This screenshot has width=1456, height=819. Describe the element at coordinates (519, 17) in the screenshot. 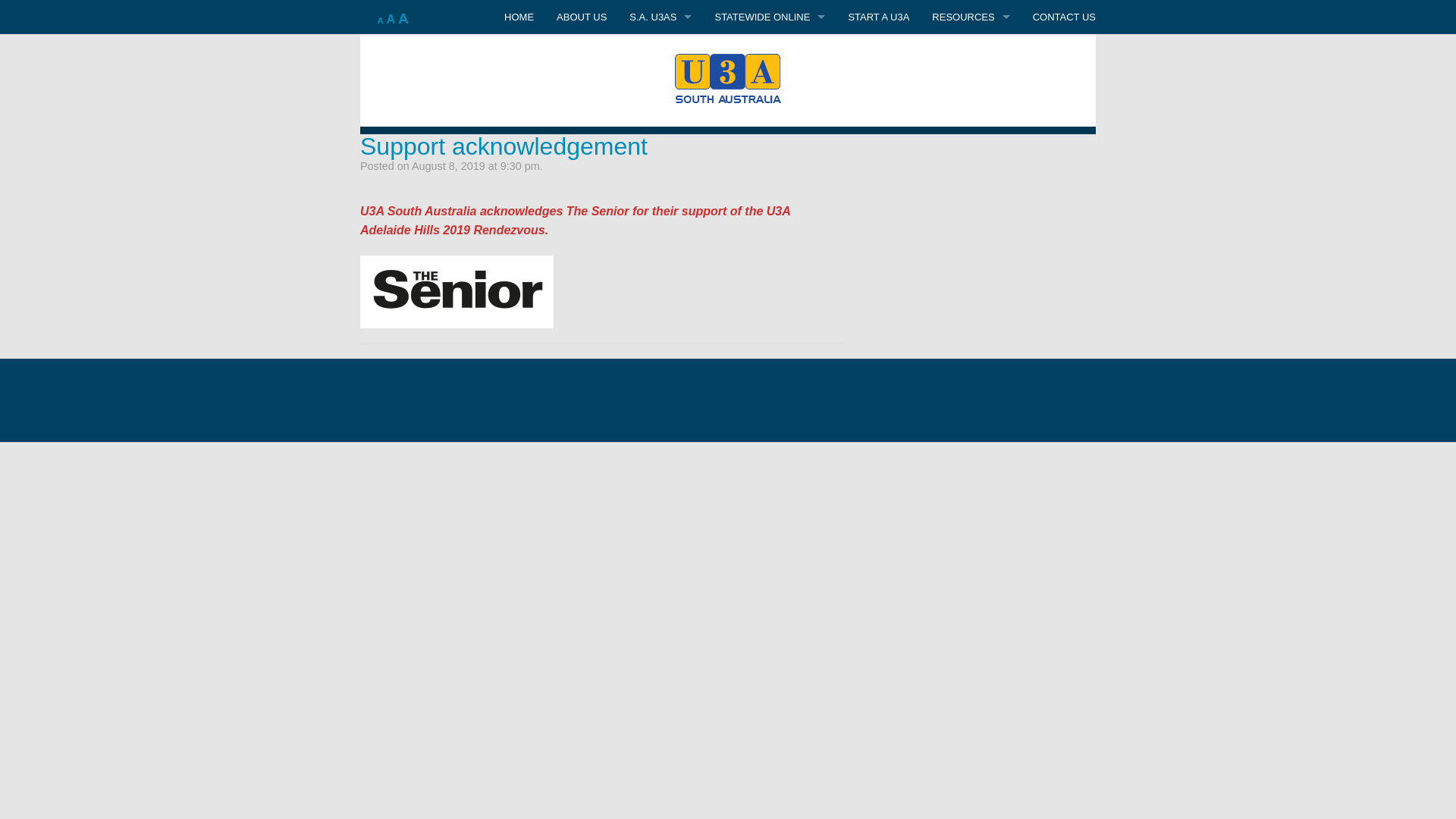

I see `'HOME'` at that location.